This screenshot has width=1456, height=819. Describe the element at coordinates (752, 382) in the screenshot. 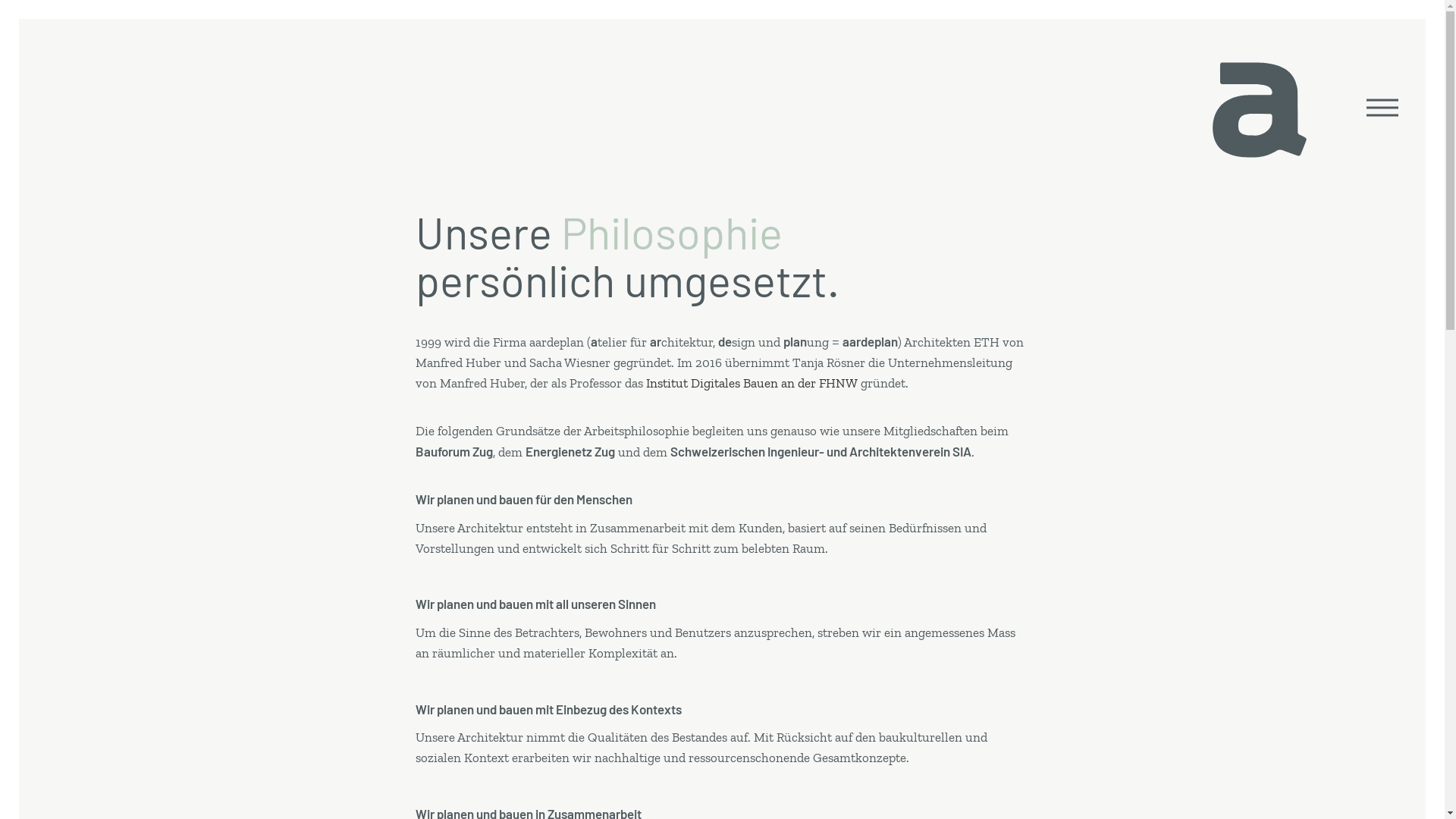

I see `'Institut Digitales Bauen an der FHNW'` at that location.